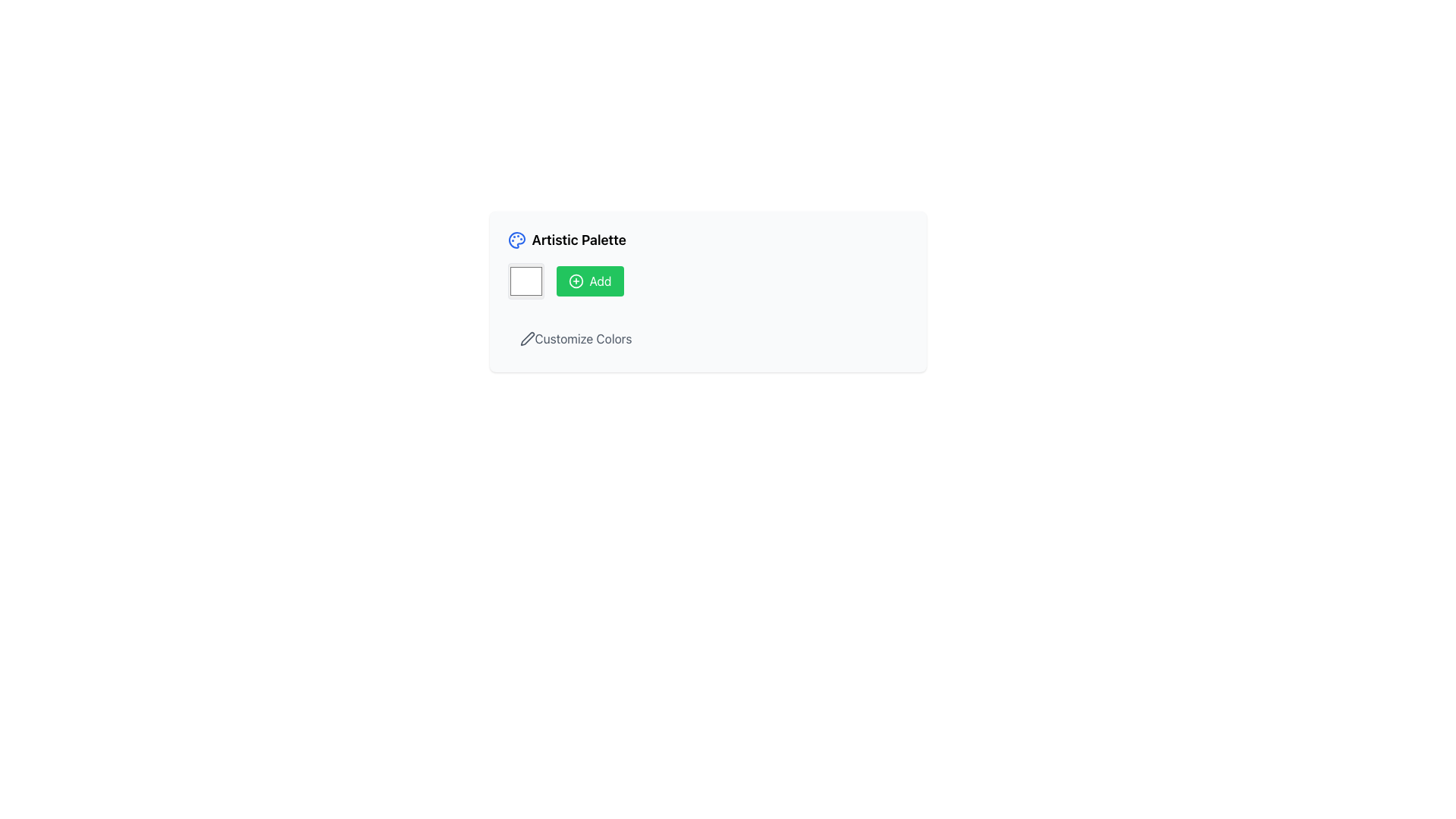 Image resolution: width=1456 pixels, height=819 pixels. I want to click on the circular icon with a plus symbol inside it, which is located to the left of the text 'Add' within the green rectangular button labeled 'Add', so click(575, 281).